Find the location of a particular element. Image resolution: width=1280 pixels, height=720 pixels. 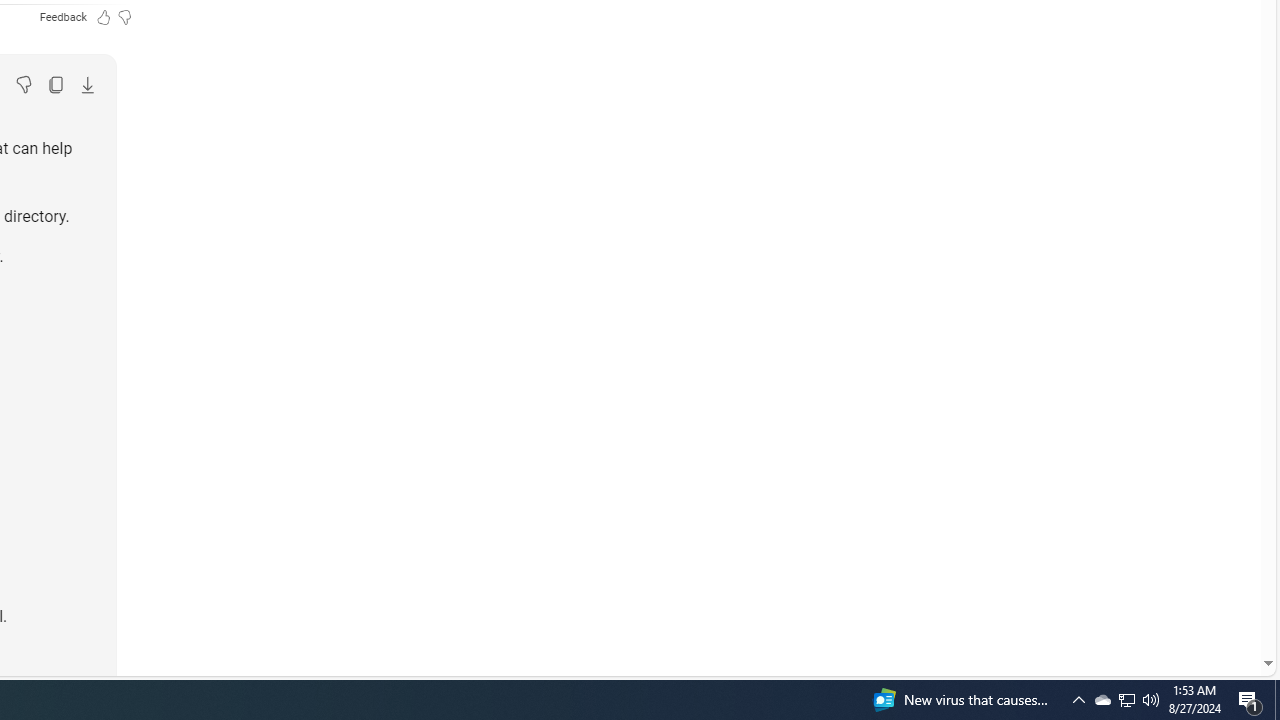

'Export' is located at coordinates (86, 83).